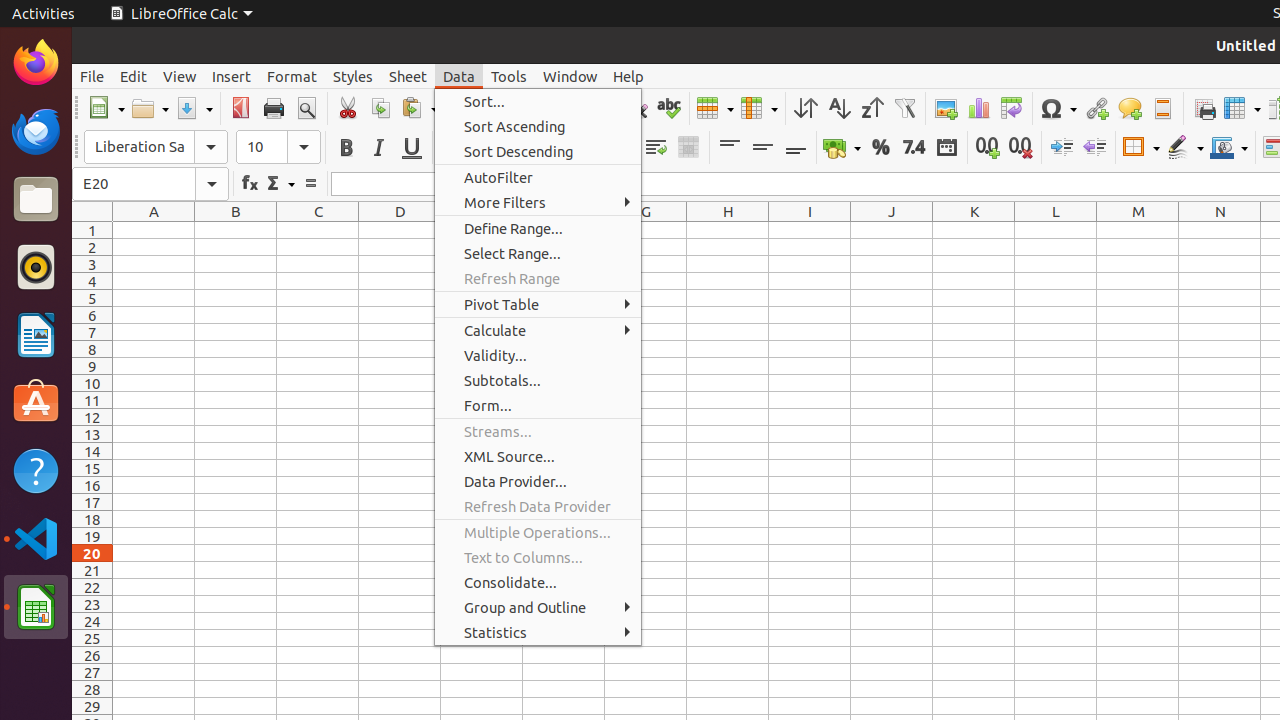 The width and height of the screenshot is (1280, 720). Describe the element at coordinates (1129, 108) in the screenshot. I see `'Comment'` at that location.